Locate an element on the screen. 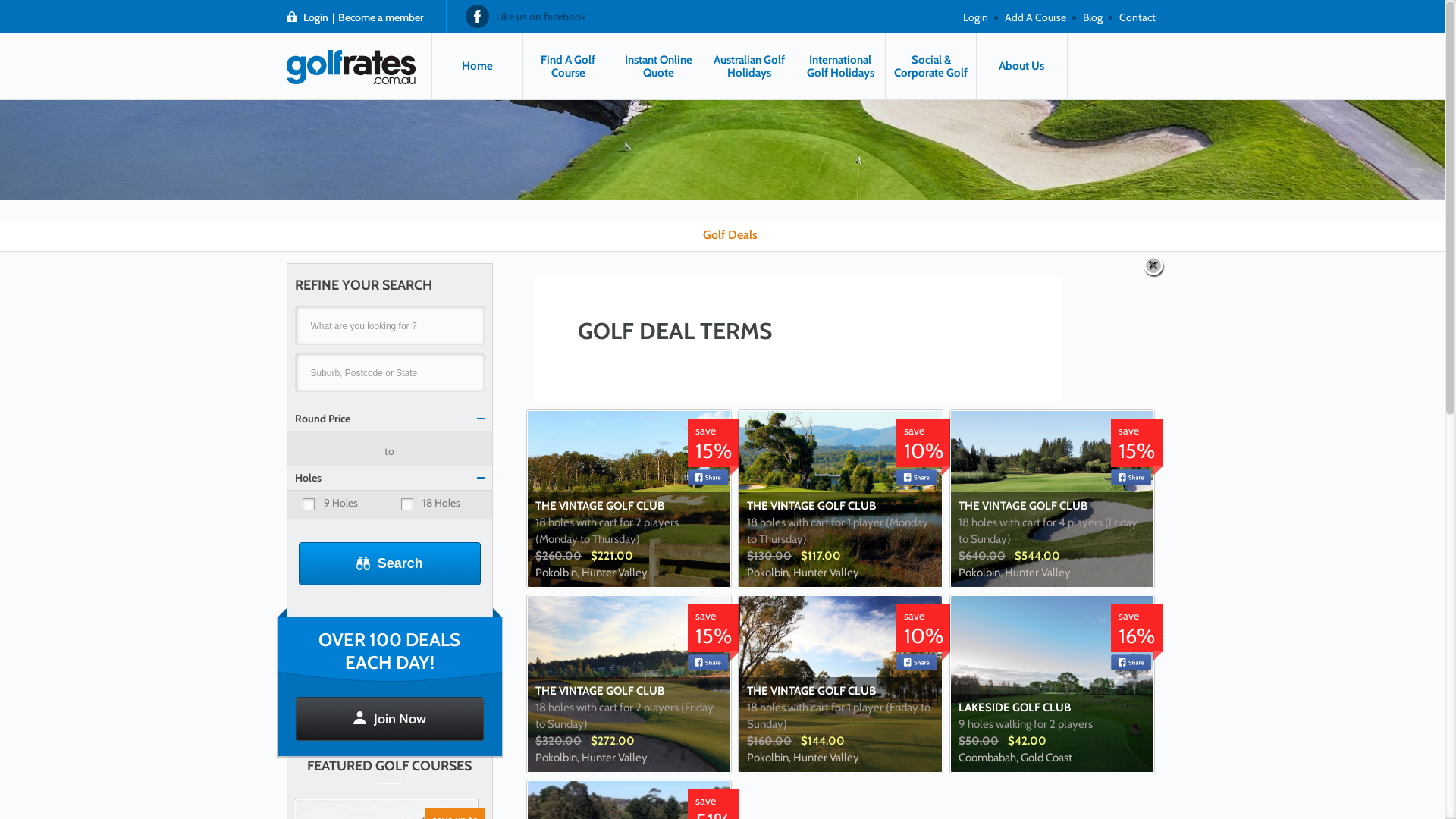  'About Us' is located at coordinates (1021, 65).